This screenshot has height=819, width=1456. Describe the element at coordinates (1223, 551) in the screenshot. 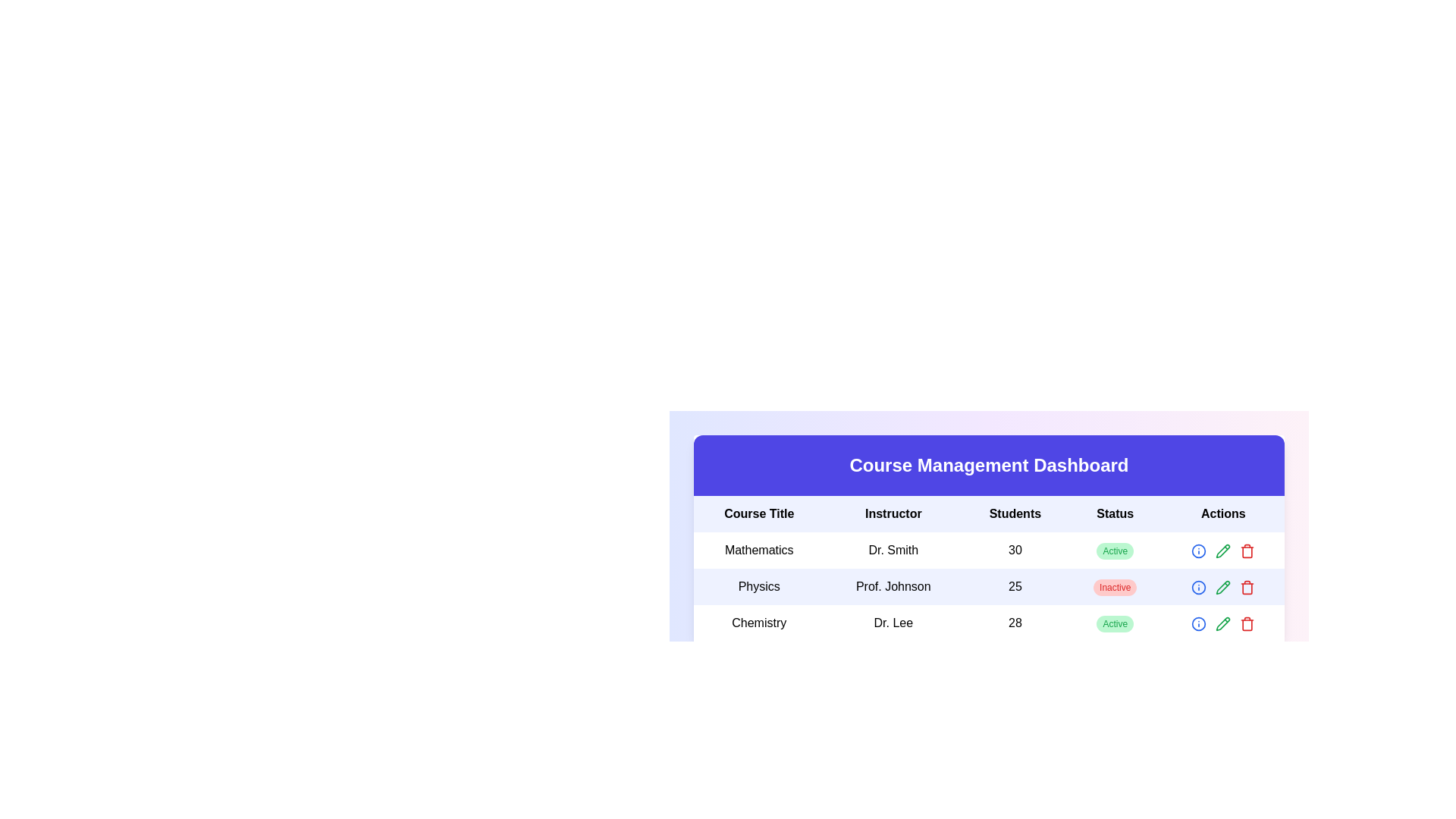

I see `the pencil icon in the 'Actions' column of the 'Physics' course row to initiate the edit action` at that location.